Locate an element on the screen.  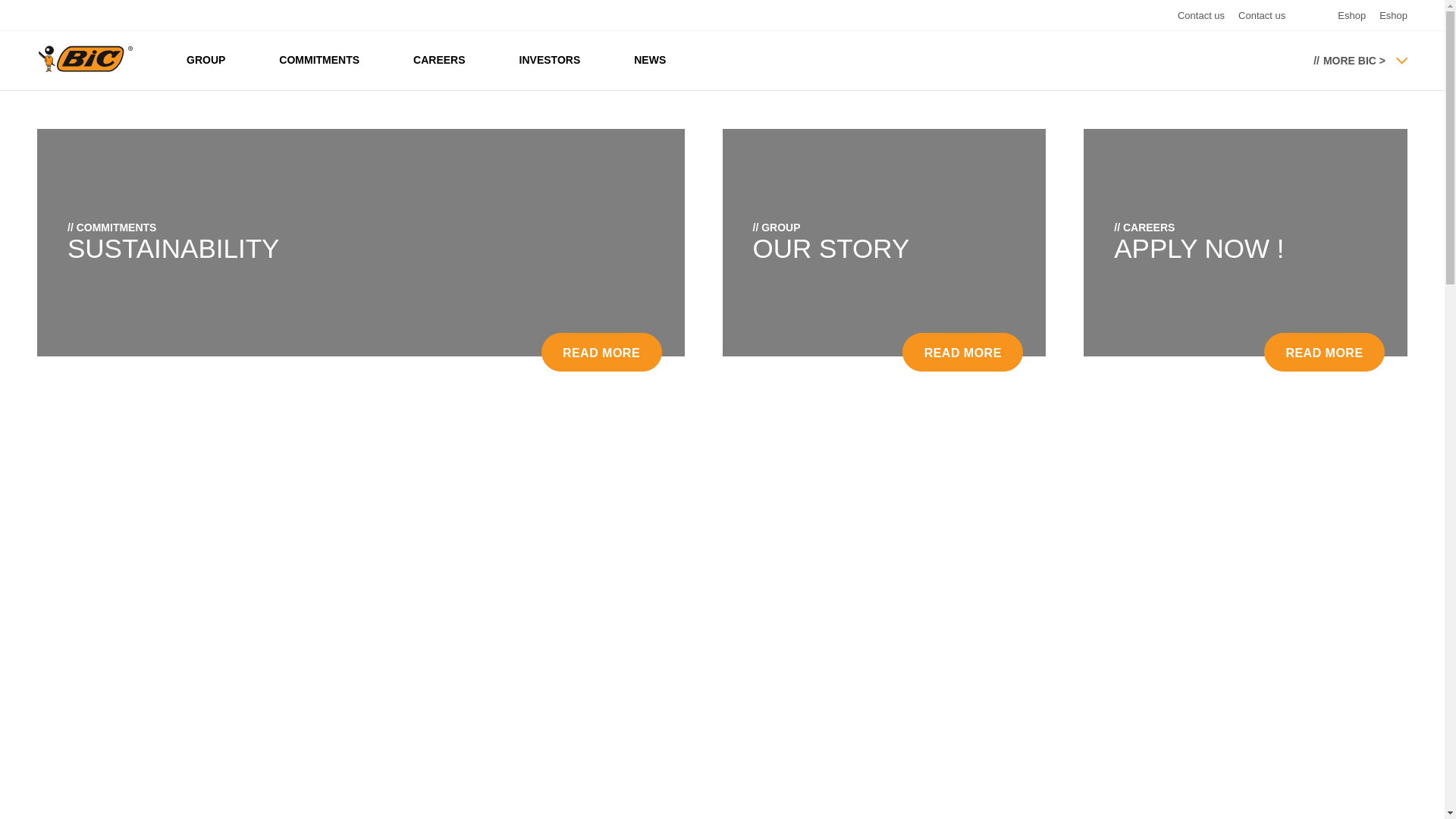
'NEWS' is located at coordinates (650, 59).